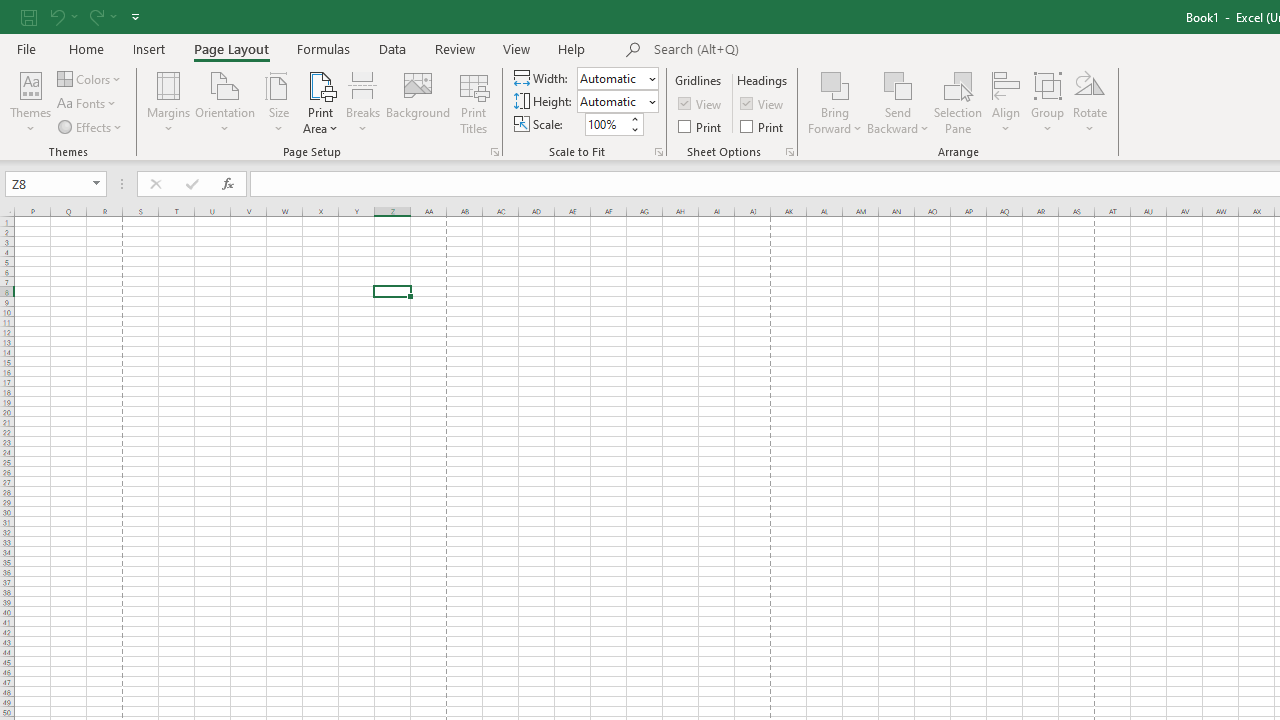 The height and width of the screenshot is (720, 1280). I want to click on 'Sheet Options', so click(788, 150).